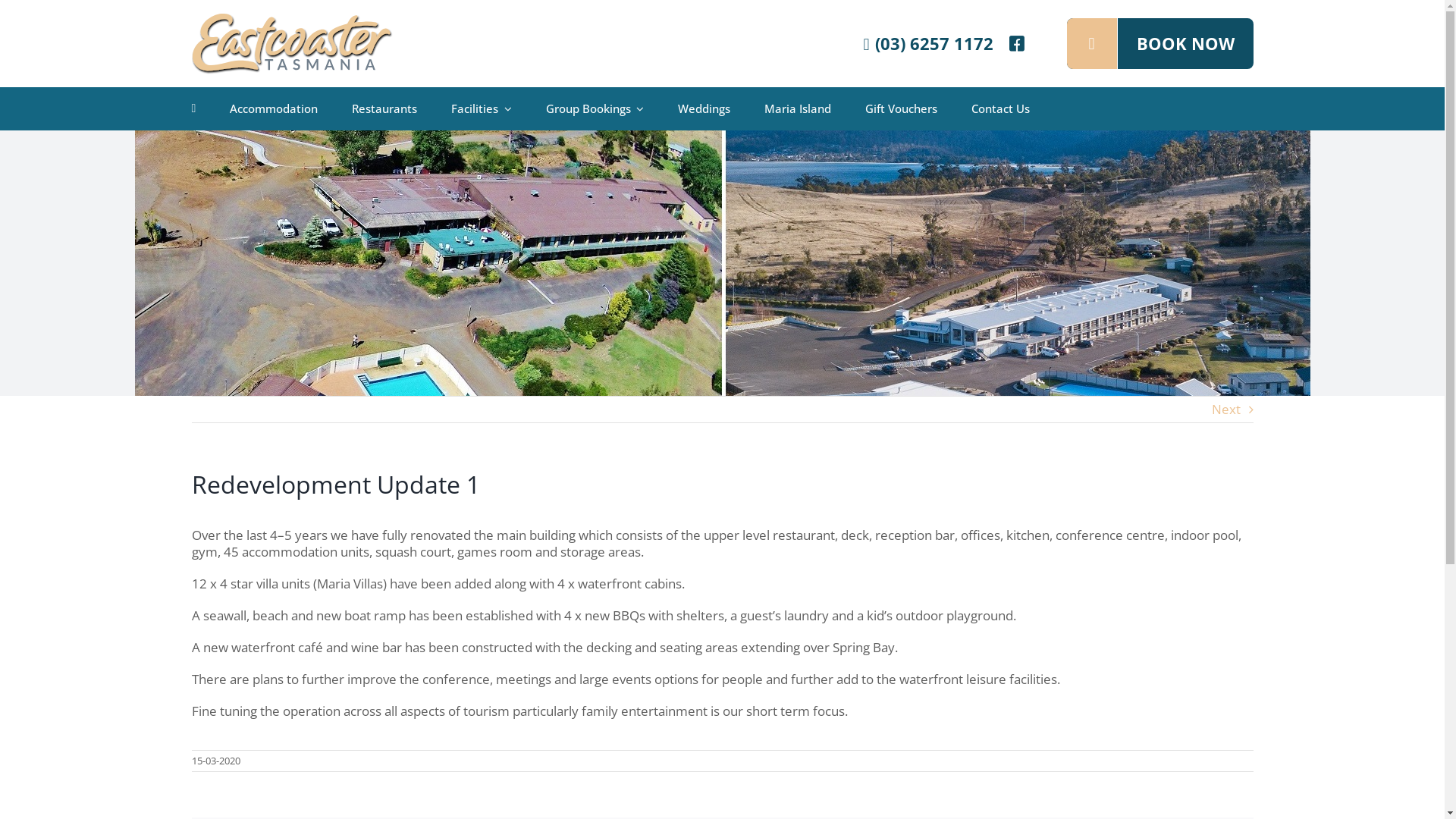 The width and height of the screenshot is (1456, 819). Describe the element at coordinates (703, 108) in the screenshot. I see `'Weddings'` at that location.